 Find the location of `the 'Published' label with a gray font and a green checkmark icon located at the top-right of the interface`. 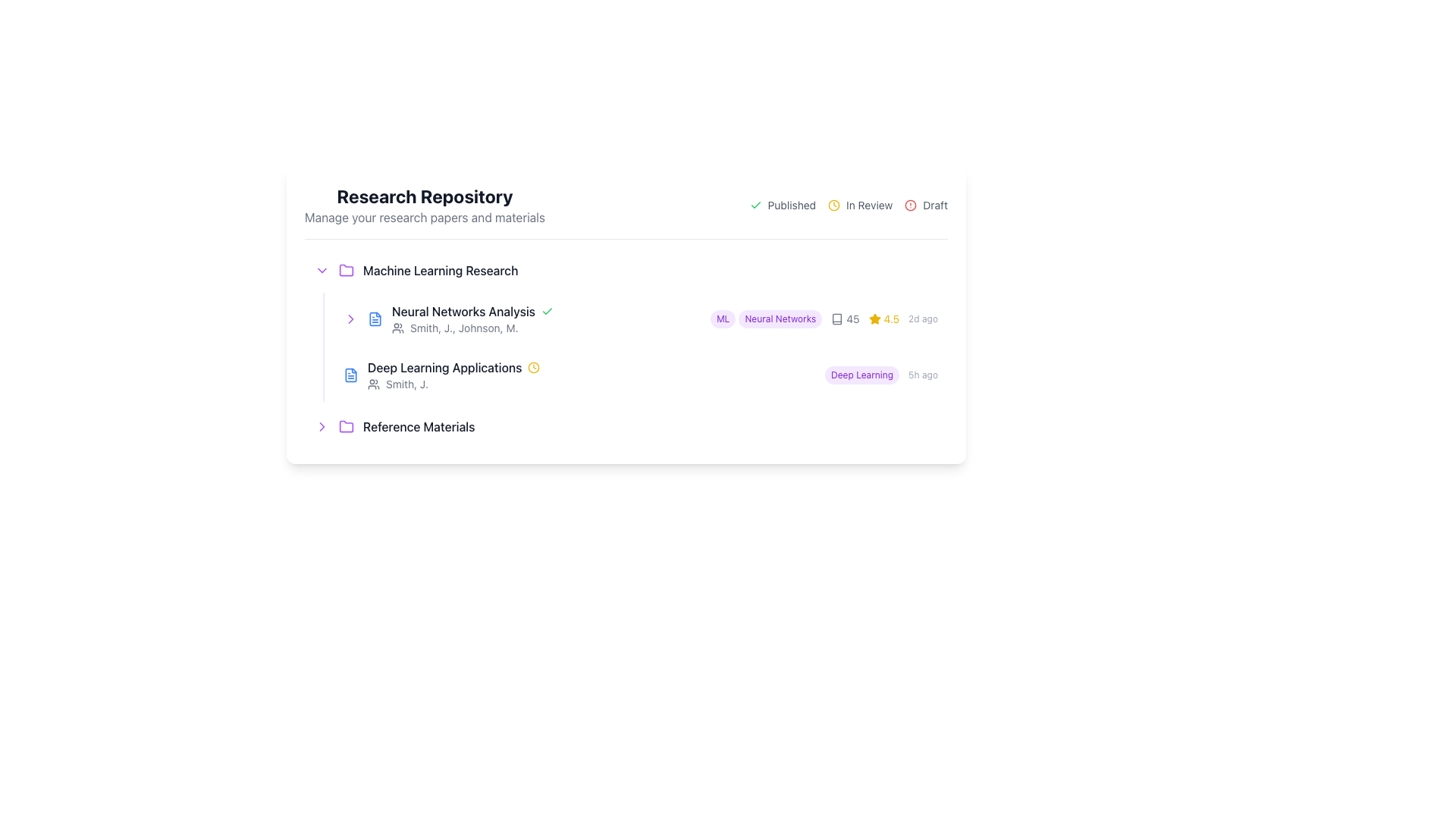

the 'Published' label with a gray font and a green checkmark icon located at the top-right of the interface is located at coordinates (783, 205).